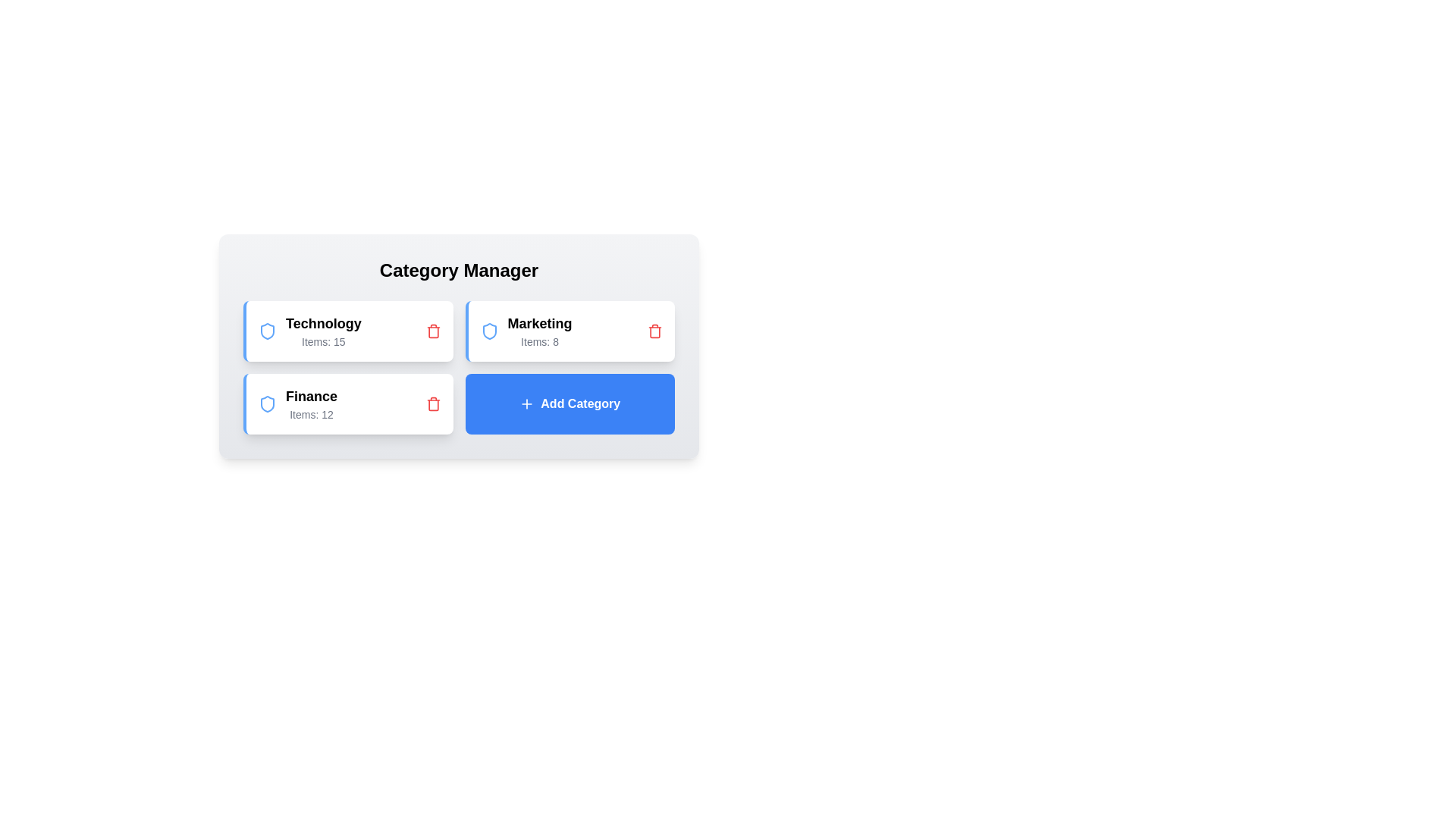 This screenshot has width=1456, height=819. I want to click on the category name Marketing to select it, so click(539, 323).